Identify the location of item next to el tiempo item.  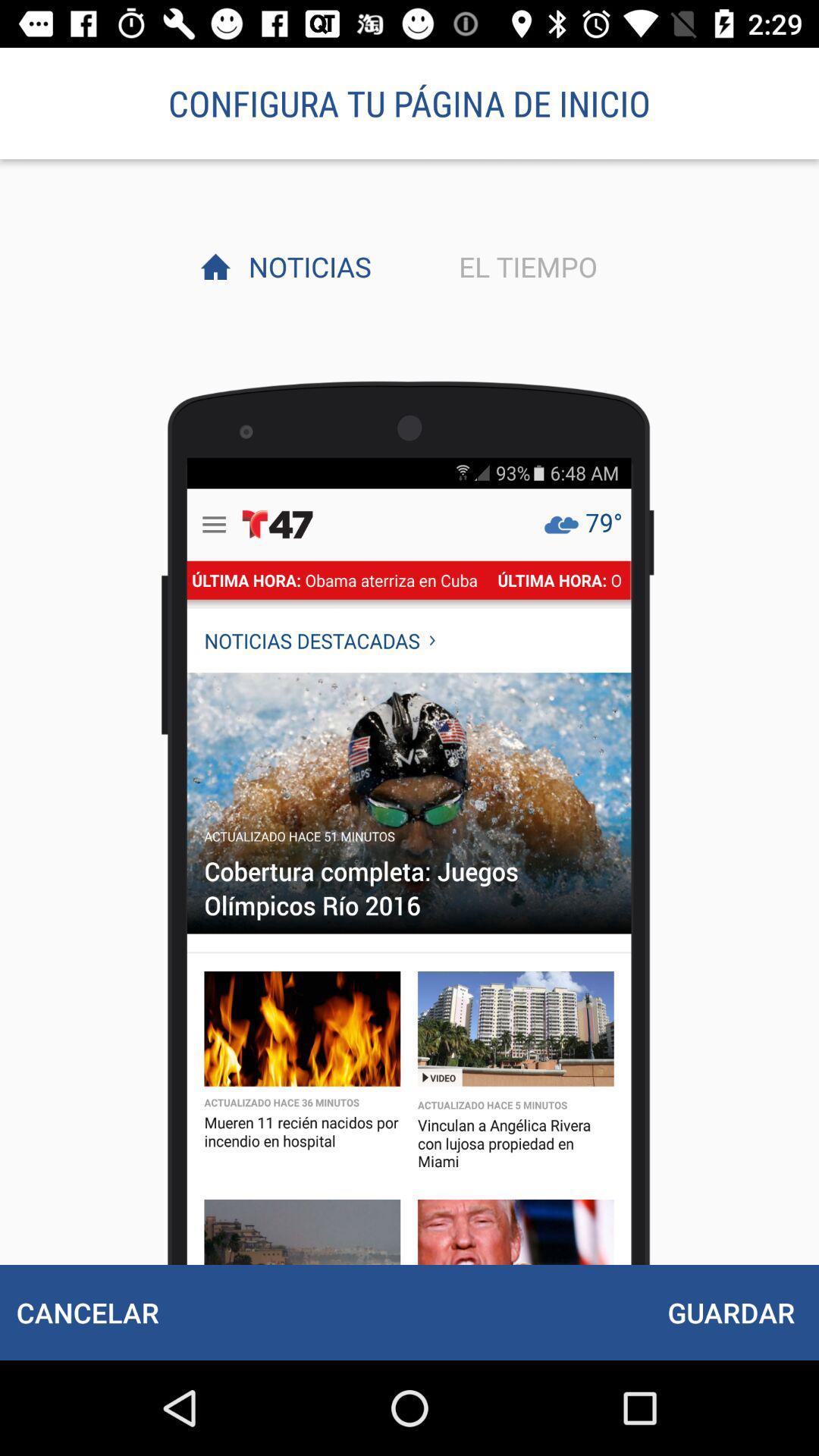
(306, 266).